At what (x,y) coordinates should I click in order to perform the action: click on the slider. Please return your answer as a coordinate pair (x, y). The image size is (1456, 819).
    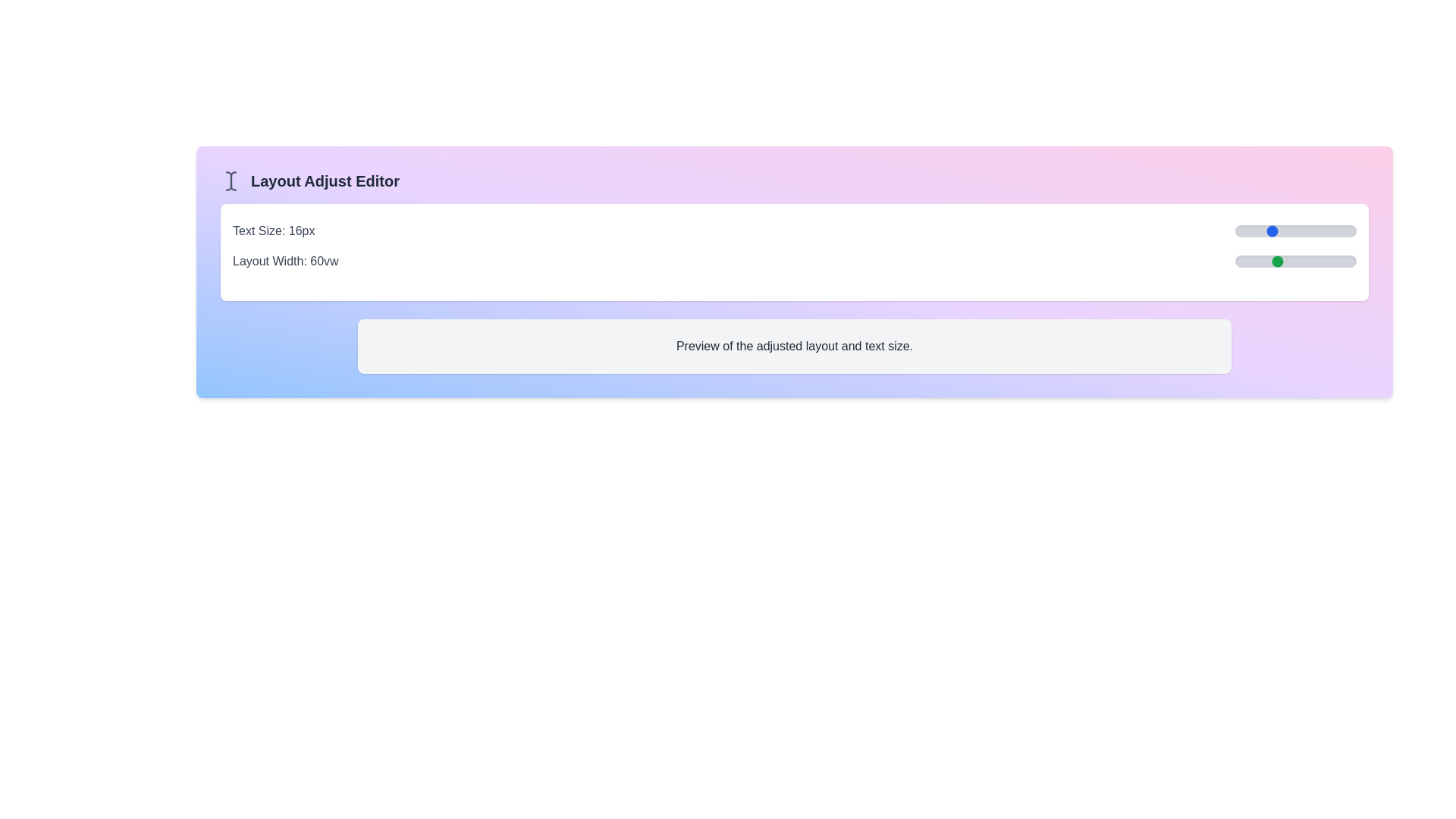
    Looking at the image, I should click on (1338, 260).